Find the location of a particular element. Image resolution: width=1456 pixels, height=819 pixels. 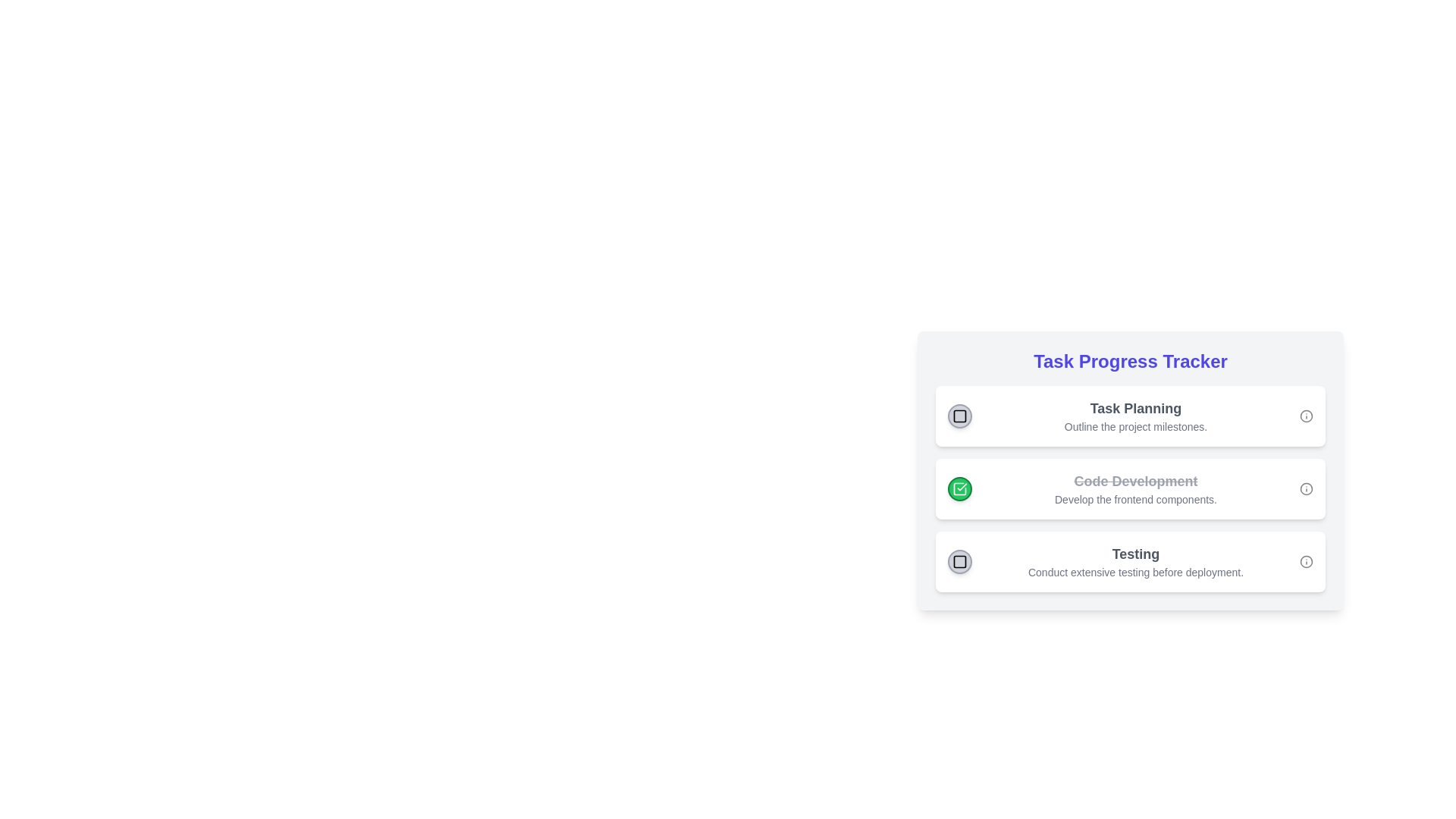

the small square icon with rounded corners located inside the circular button in the third row of the Task Progress Tracker interface, specifically in the 'Testing' section is located at coordinates (959, 561).